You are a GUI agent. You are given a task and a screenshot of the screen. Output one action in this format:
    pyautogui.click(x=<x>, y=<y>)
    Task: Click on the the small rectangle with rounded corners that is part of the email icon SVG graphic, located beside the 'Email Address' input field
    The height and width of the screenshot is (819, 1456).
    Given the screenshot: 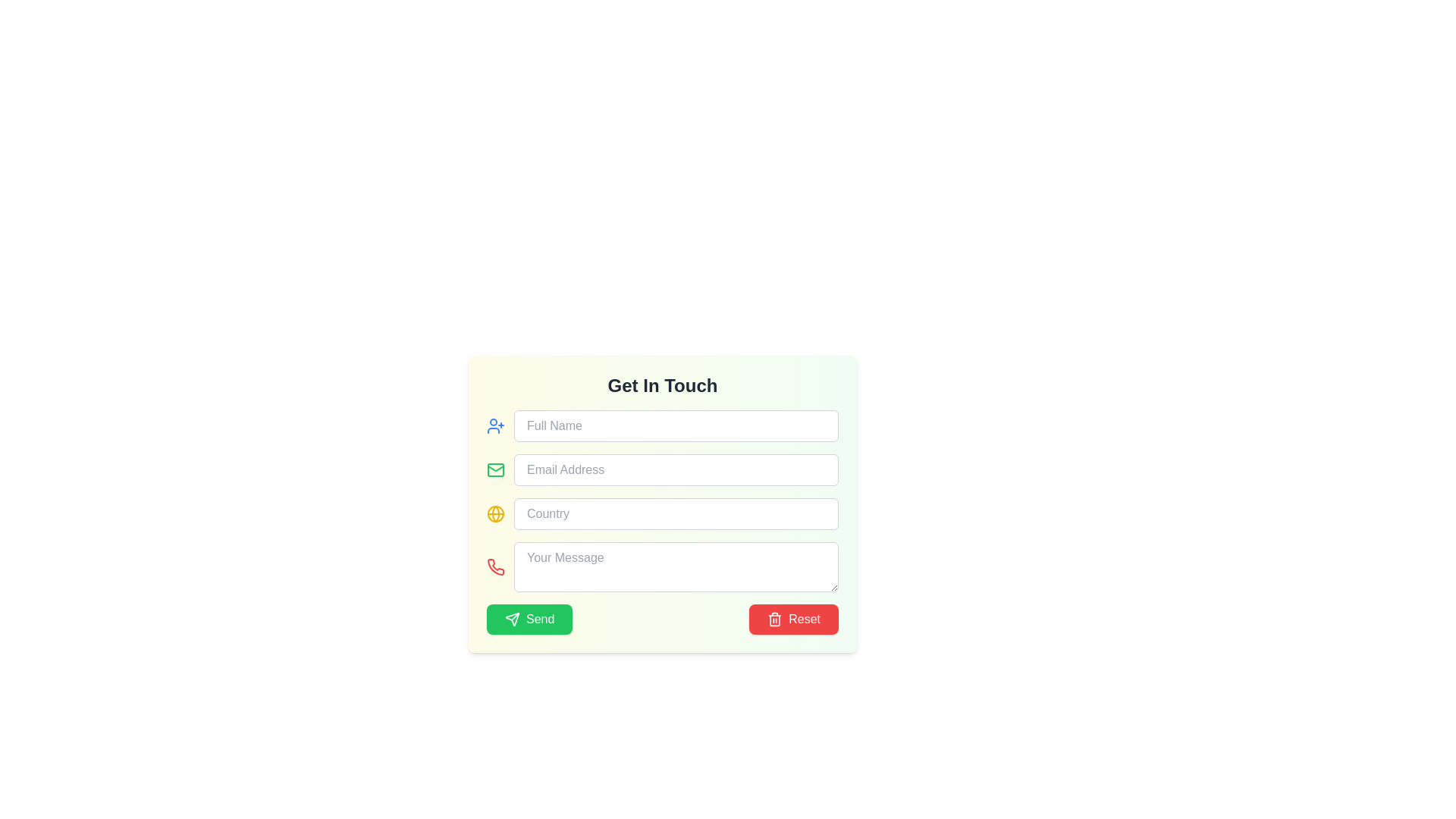 What is the action you would take?
    pyautogui.click(x=495, y=469)
    